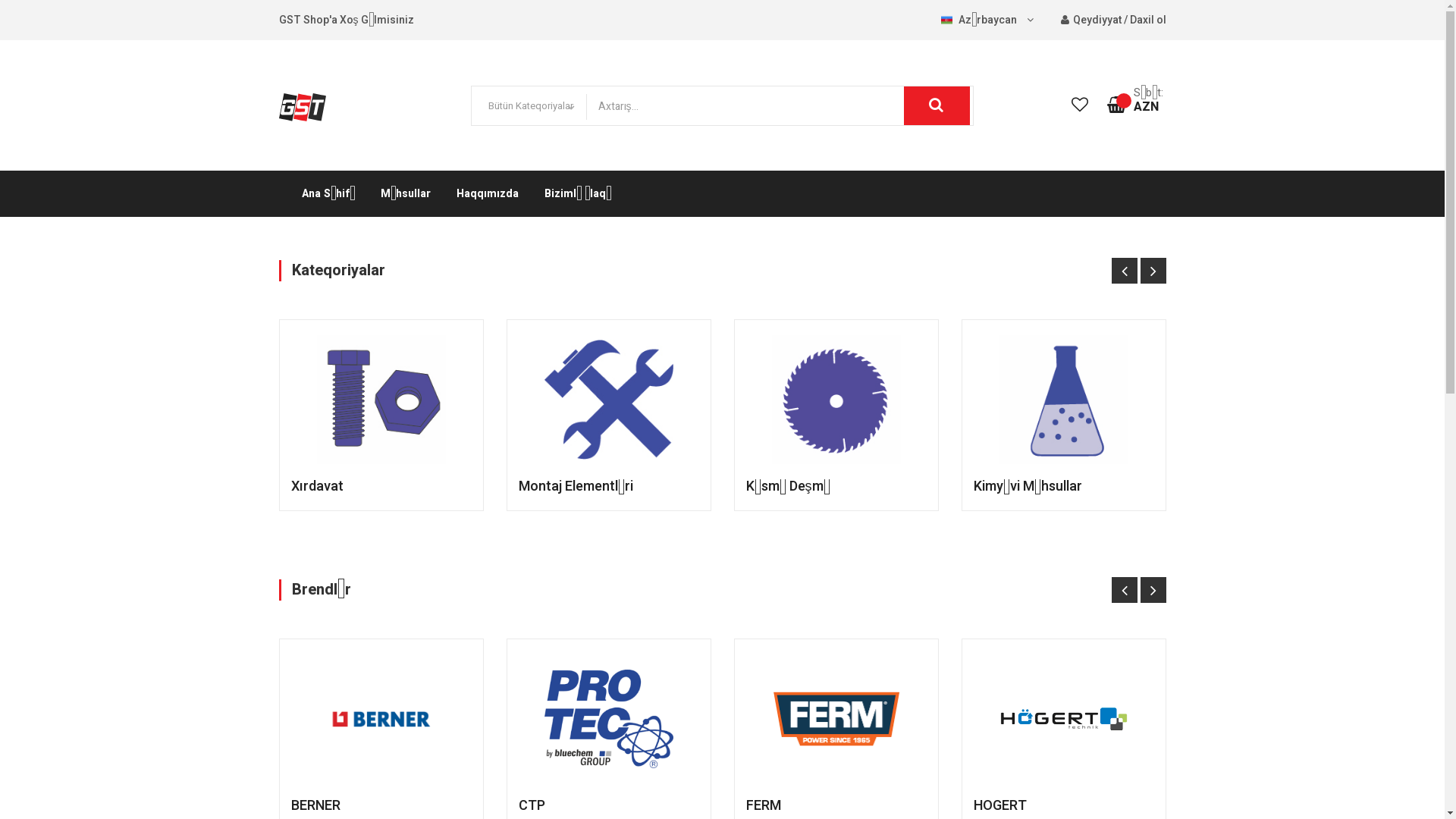 The height and width of the screenshot is (819, 1456). What do you see at coordinates (532, 805) in the screenshot?
I see `'CTP'` at bounding box center [532, 805].